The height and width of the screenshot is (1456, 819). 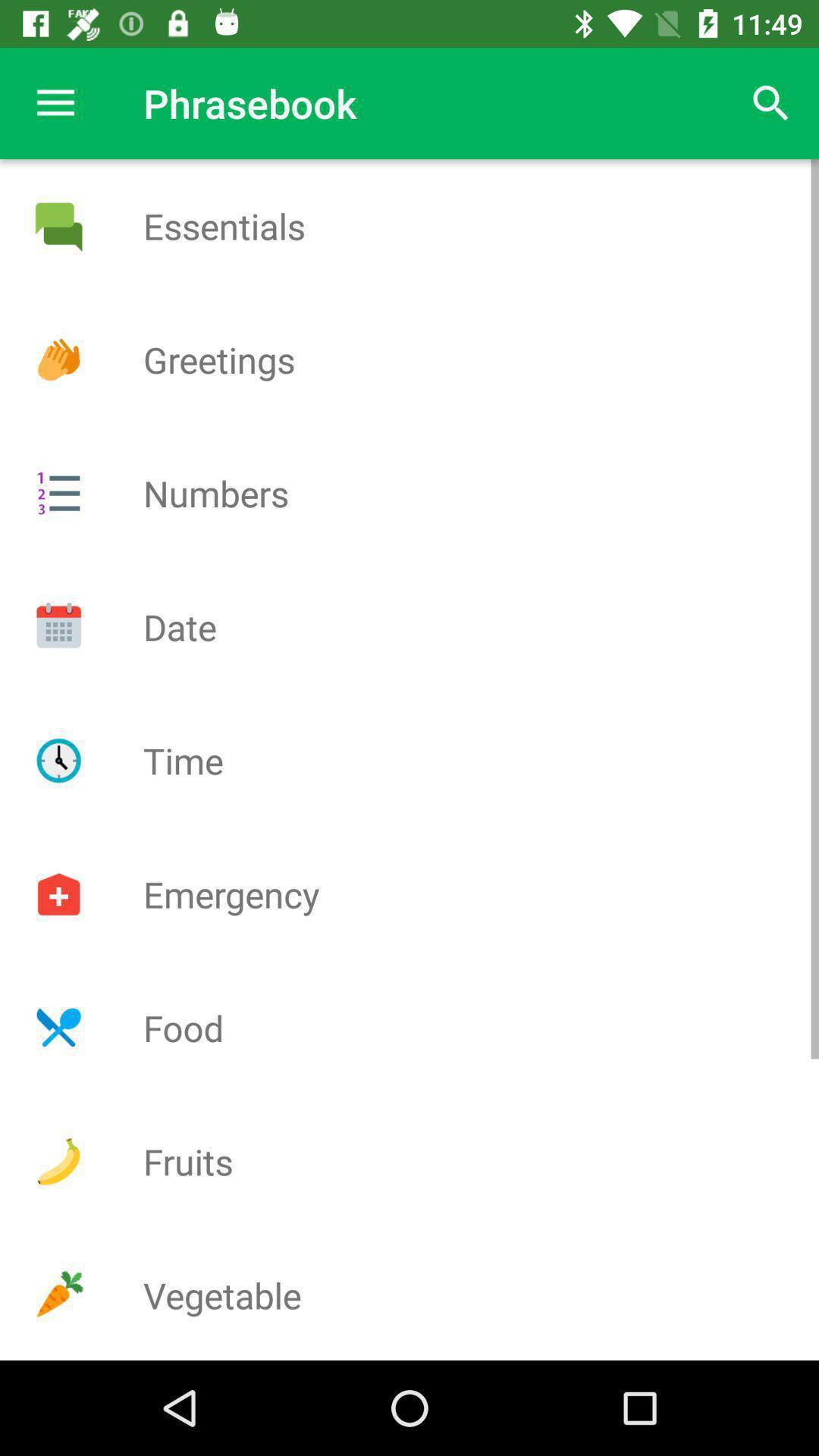 What do you see at coordinates (58, 225) in the screenshot?
I see `e` at bounding box center [58, 225].